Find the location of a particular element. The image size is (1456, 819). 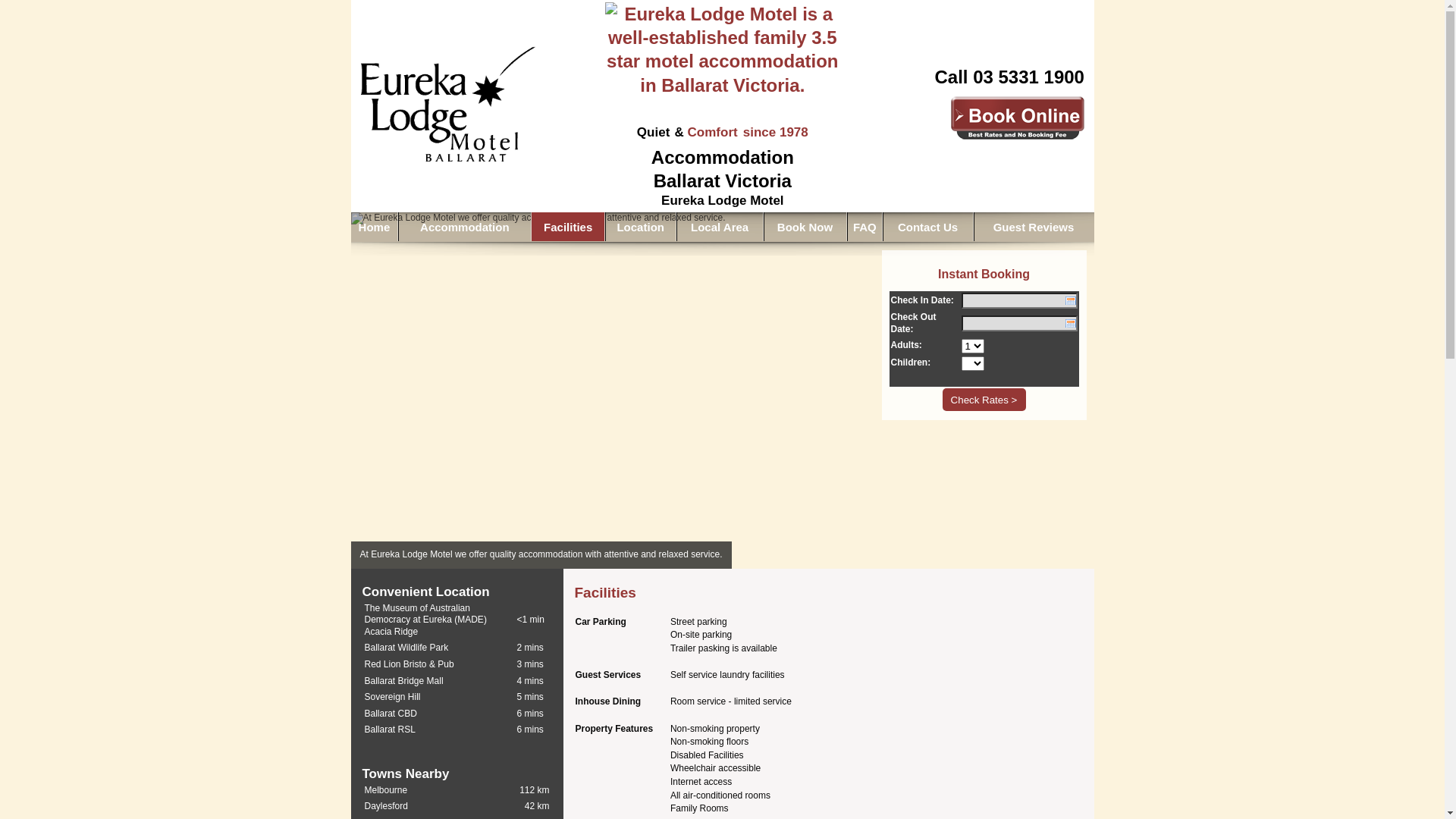

'Check Rates >' is located at coordinates (983, 399).